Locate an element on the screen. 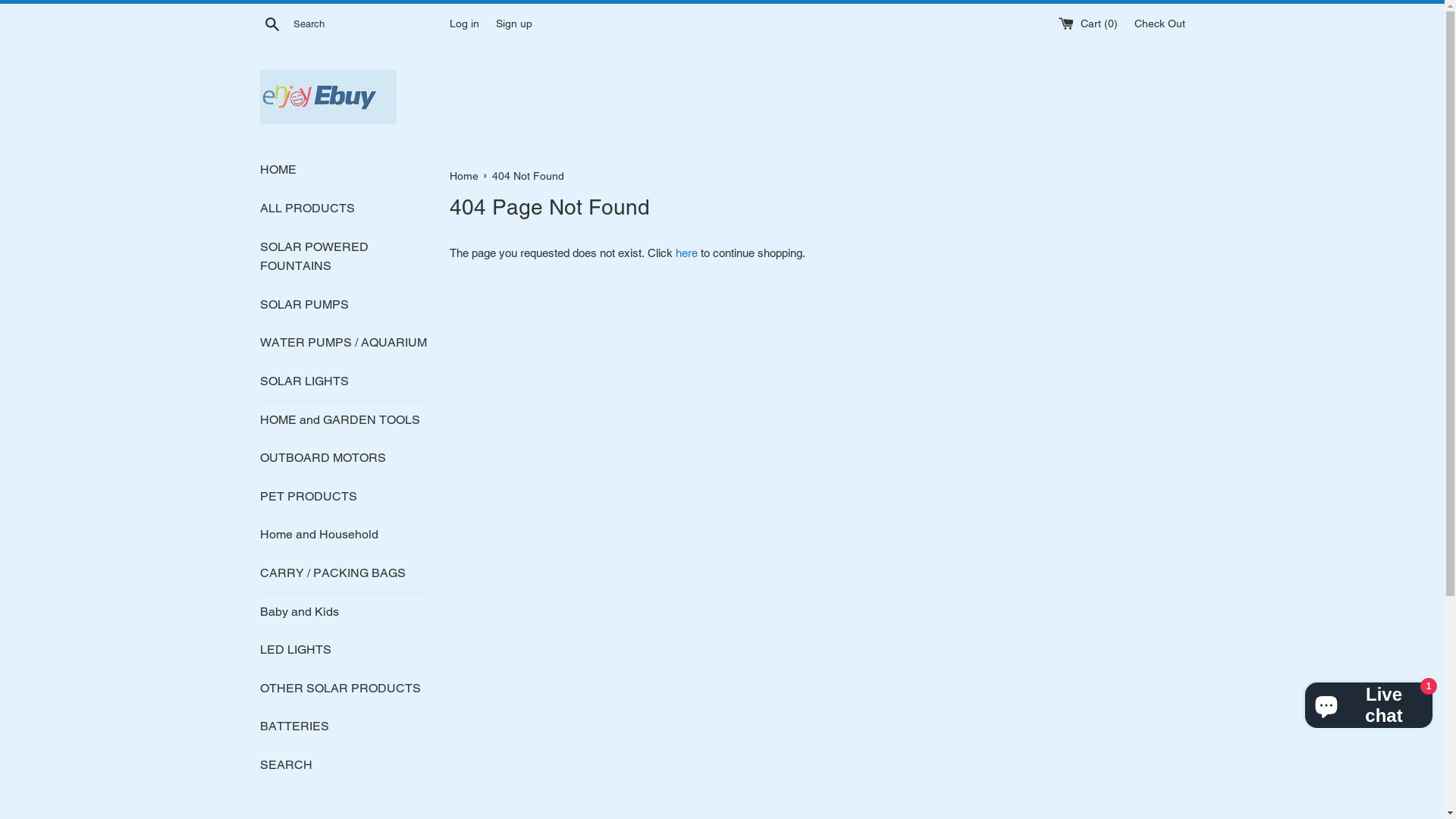 Image resolution: width=1456 pixels, height=819 pixels. 'WATER PUMPS / AQUARIUM' is located at coordinates (341, 342).